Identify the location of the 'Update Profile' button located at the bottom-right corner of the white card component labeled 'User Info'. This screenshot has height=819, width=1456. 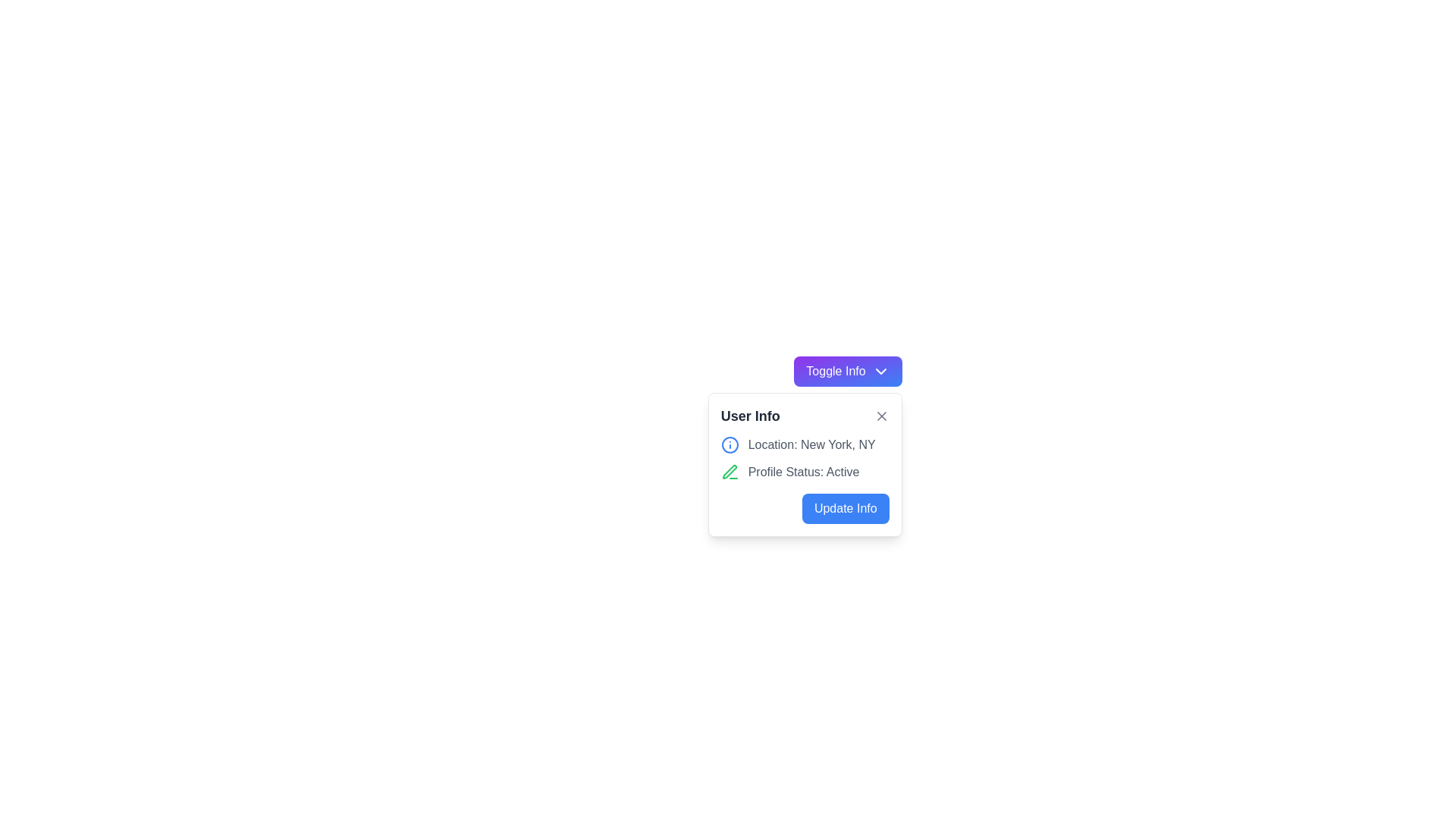
(844, 509).